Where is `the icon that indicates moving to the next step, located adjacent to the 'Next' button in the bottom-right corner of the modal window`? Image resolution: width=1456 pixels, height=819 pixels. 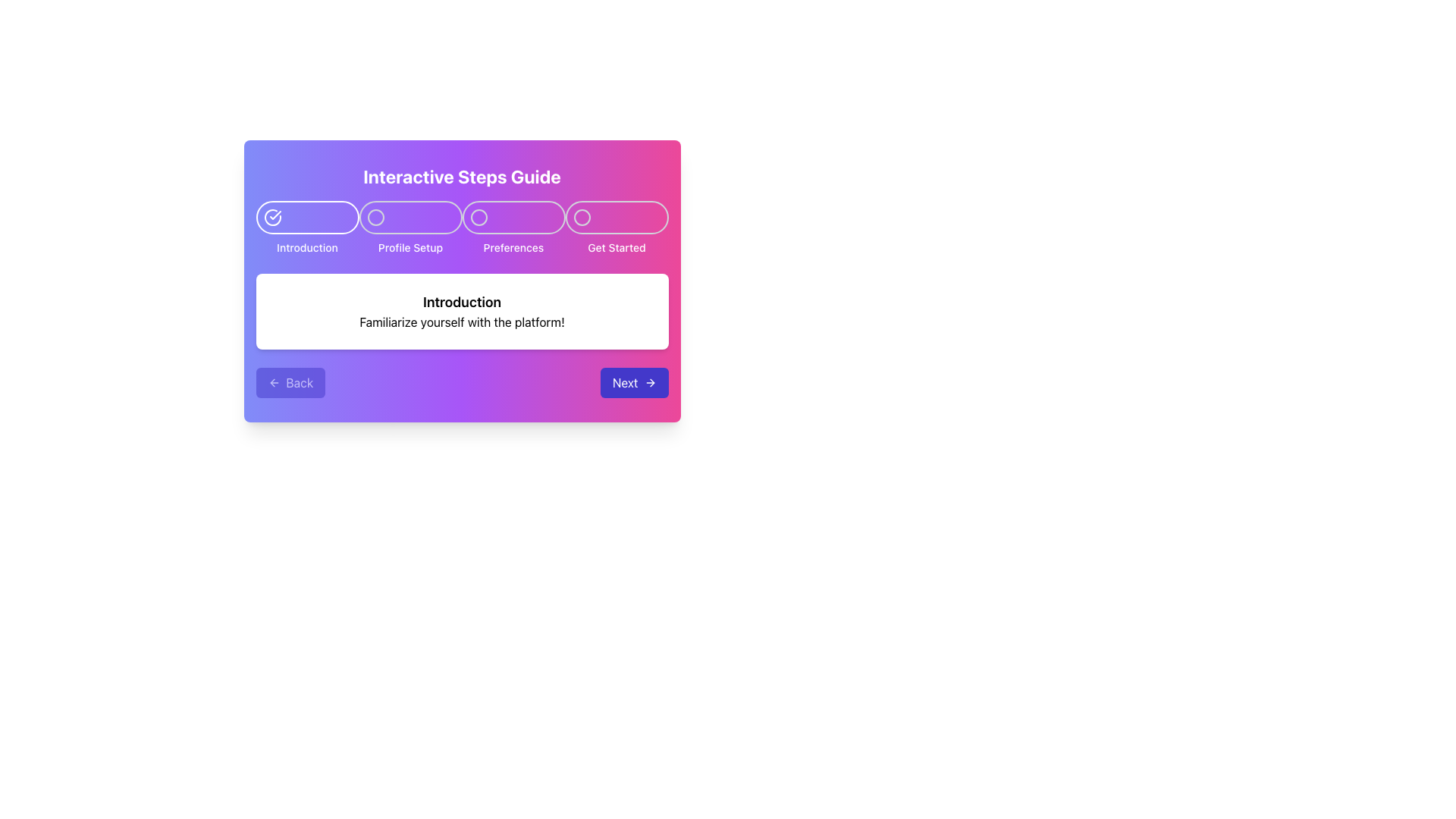
the icon that indicates moving to the next step, located adjacent to the 'Next' button in the bottom-right corner of the modal window is located at coordinates (651, 382).